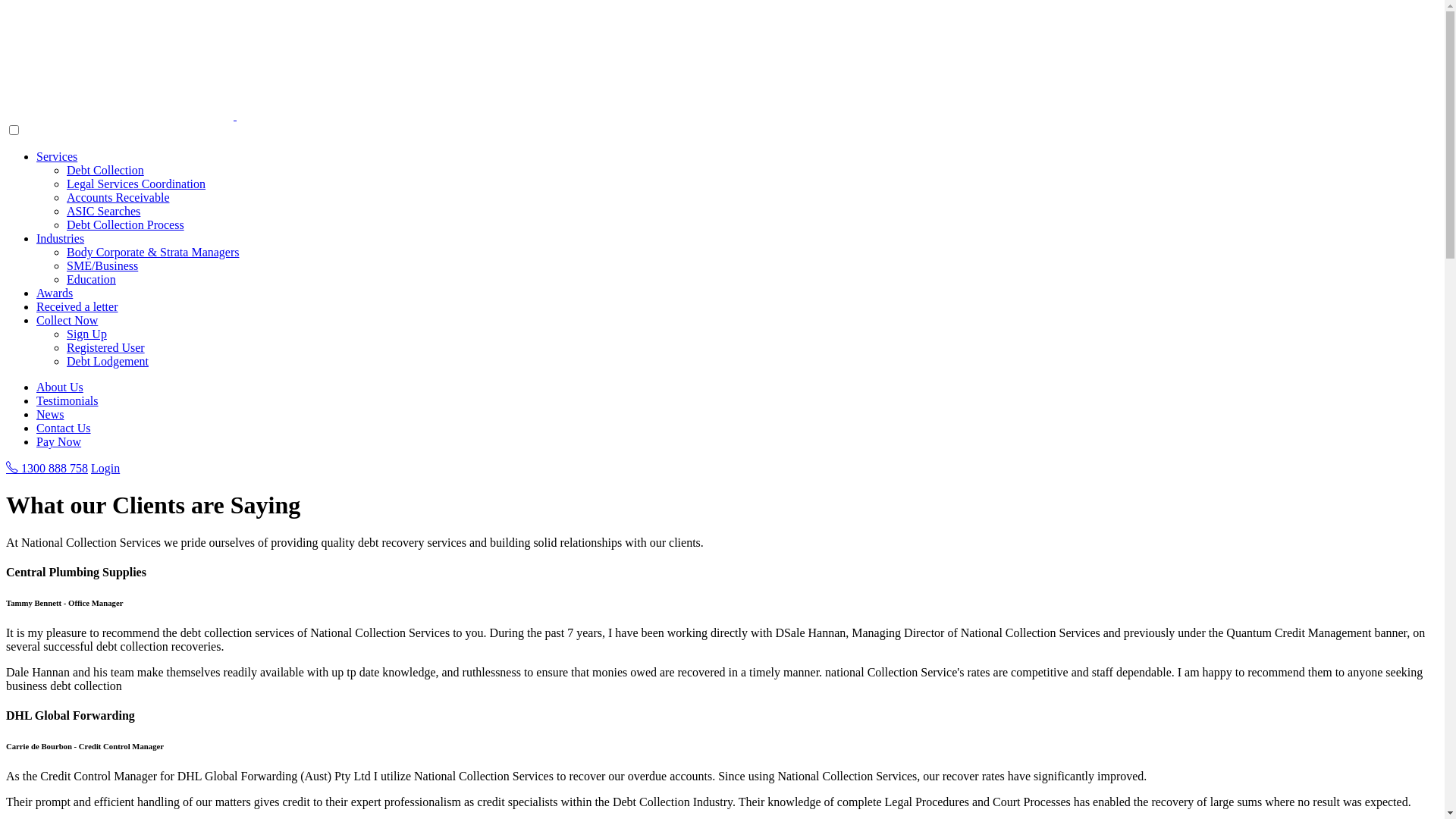  Describe the element at coordinates (47, 467) in the screenshot. I see `'1300 888 758'` at that location.